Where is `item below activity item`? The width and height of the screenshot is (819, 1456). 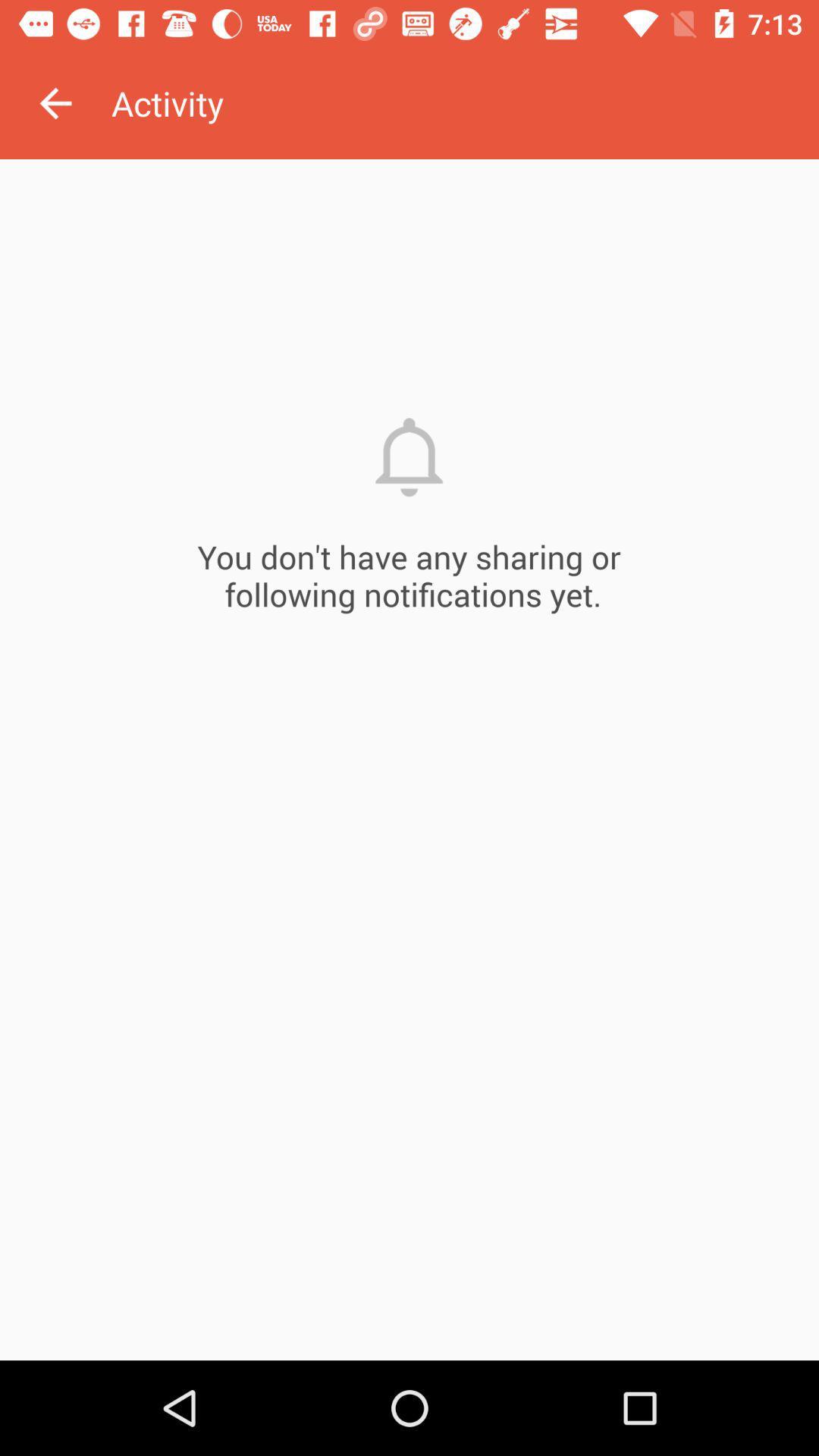
item below activity item is located at coordinates (409, 760).